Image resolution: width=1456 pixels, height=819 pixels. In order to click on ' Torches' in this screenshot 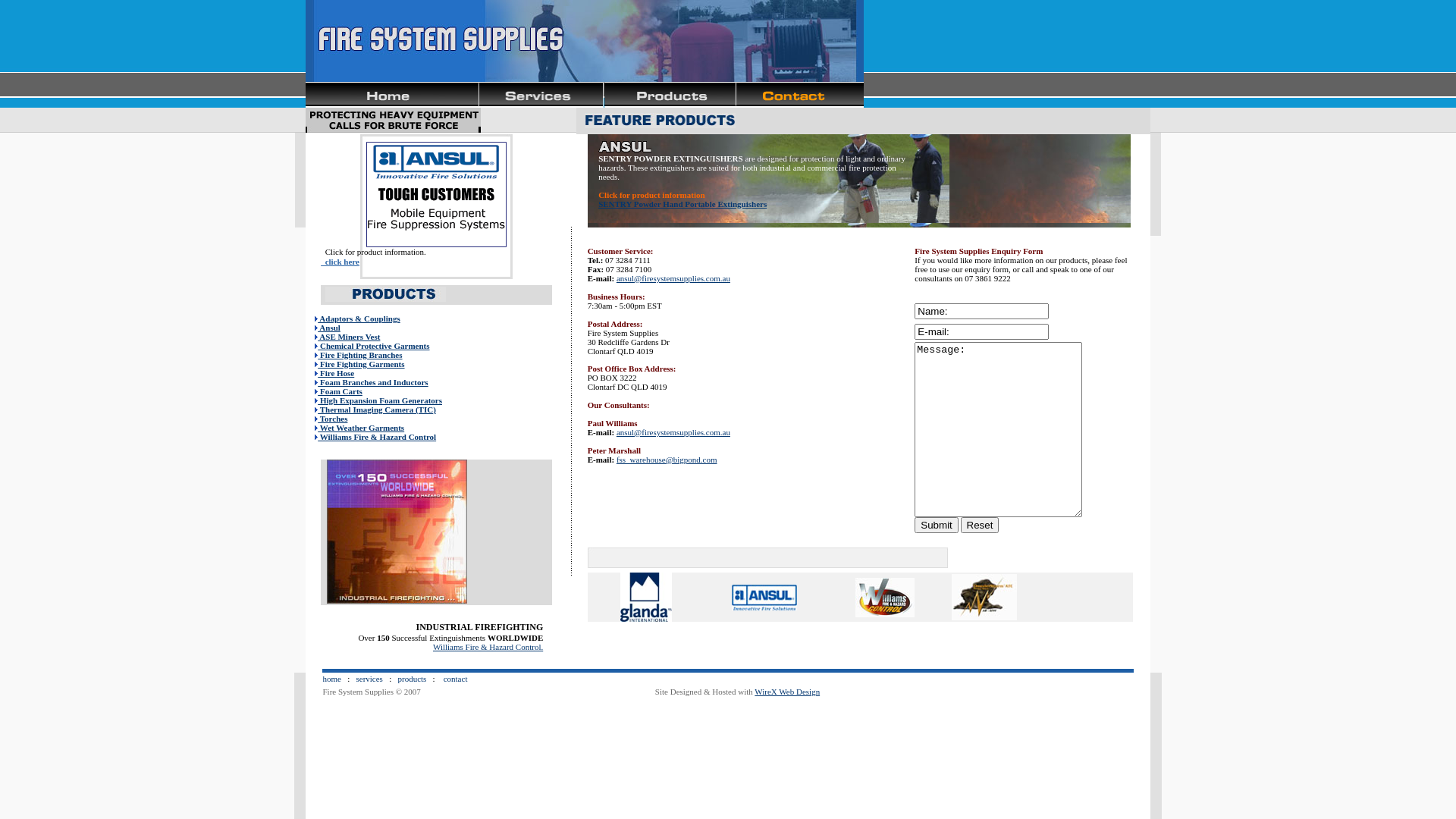, I will do `click(330, 418)`.